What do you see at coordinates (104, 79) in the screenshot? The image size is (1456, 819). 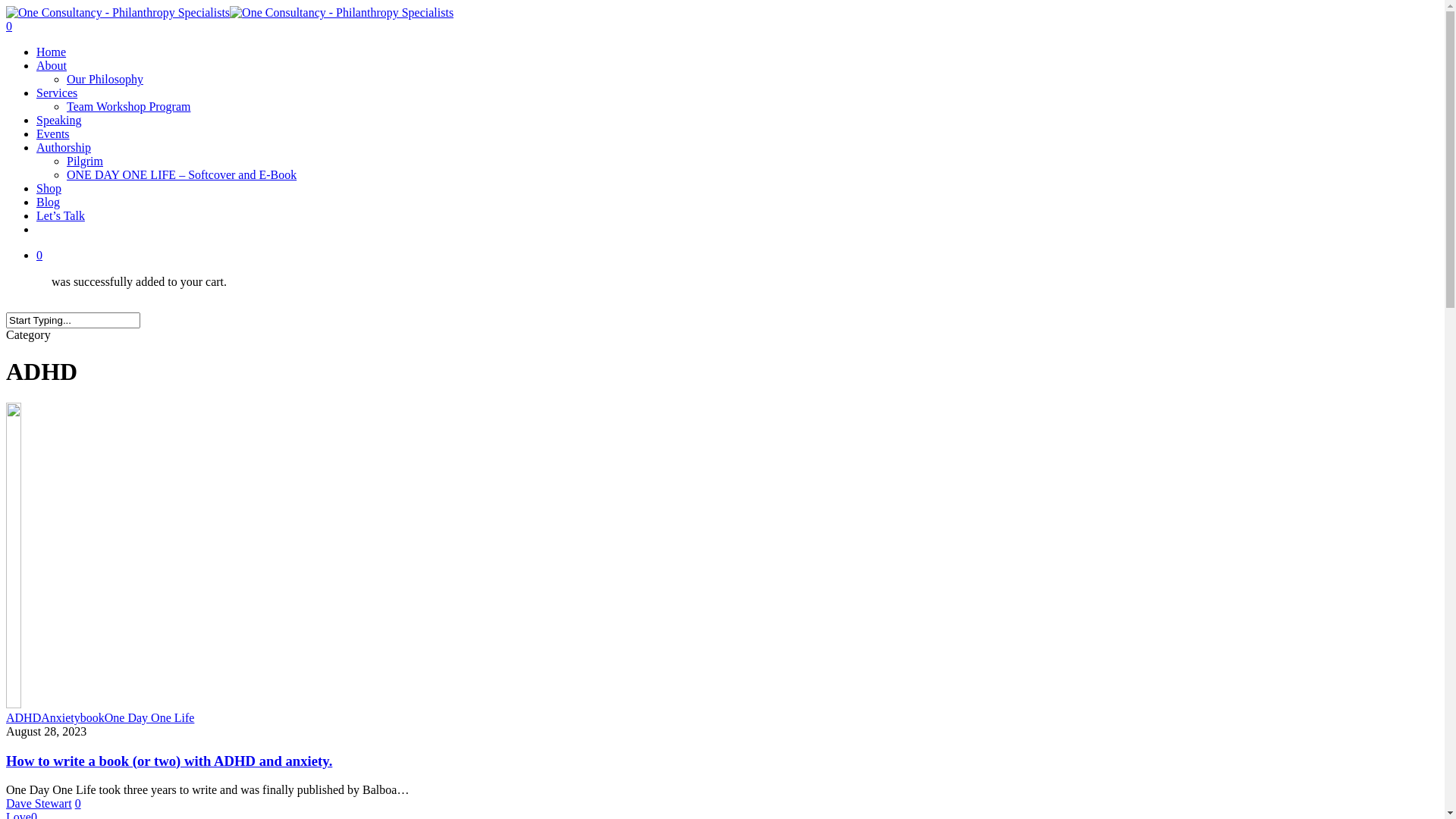 I see `'Our Philosophy'` at bounding box center [104, 79].